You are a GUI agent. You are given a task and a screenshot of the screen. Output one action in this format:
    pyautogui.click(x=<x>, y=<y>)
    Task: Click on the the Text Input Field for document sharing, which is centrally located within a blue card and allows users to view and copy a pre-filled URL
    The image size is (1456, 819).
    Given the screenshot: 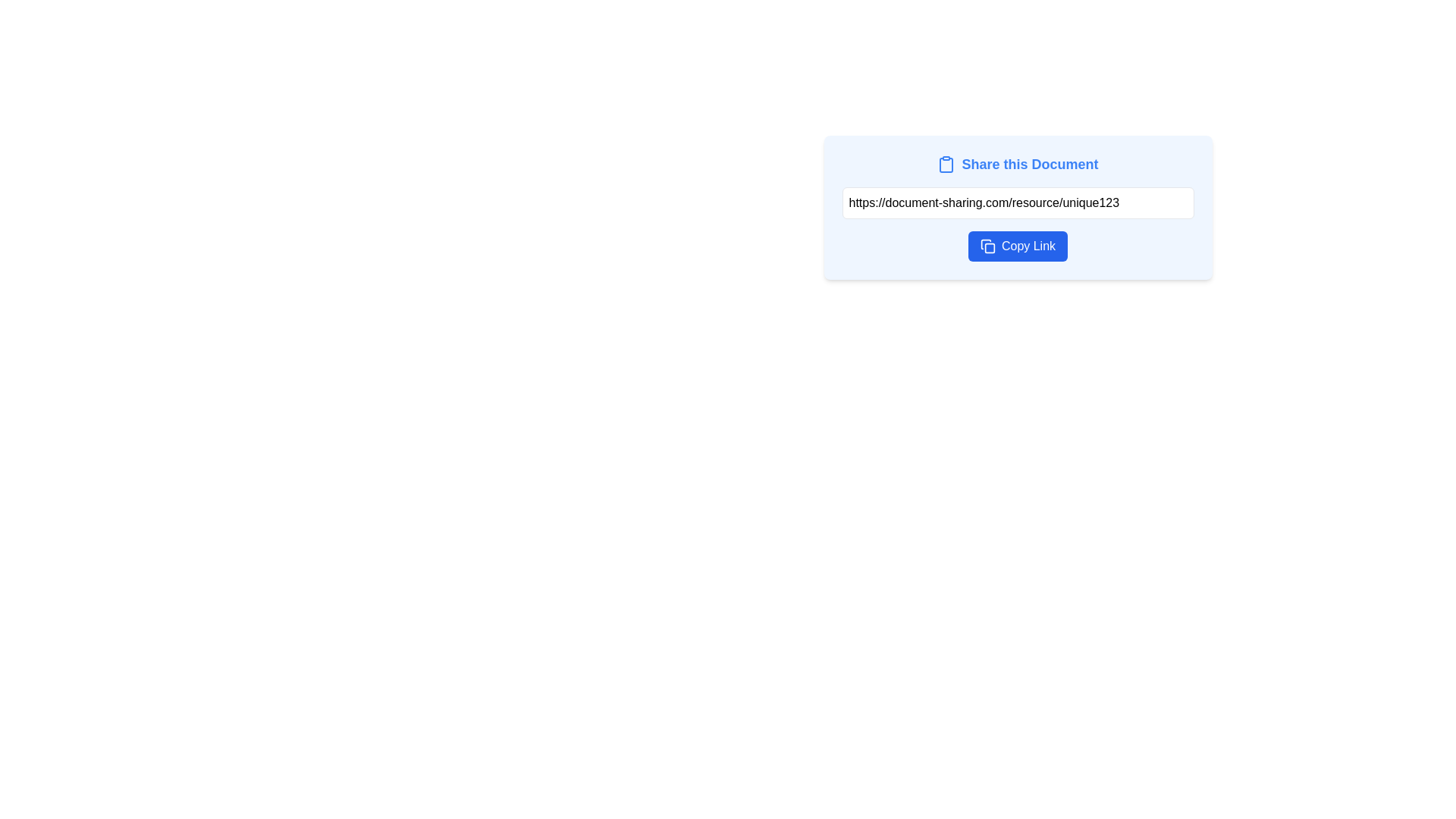 What is the action you would take?
    pyautogui.click(x=1018, y=202)
    